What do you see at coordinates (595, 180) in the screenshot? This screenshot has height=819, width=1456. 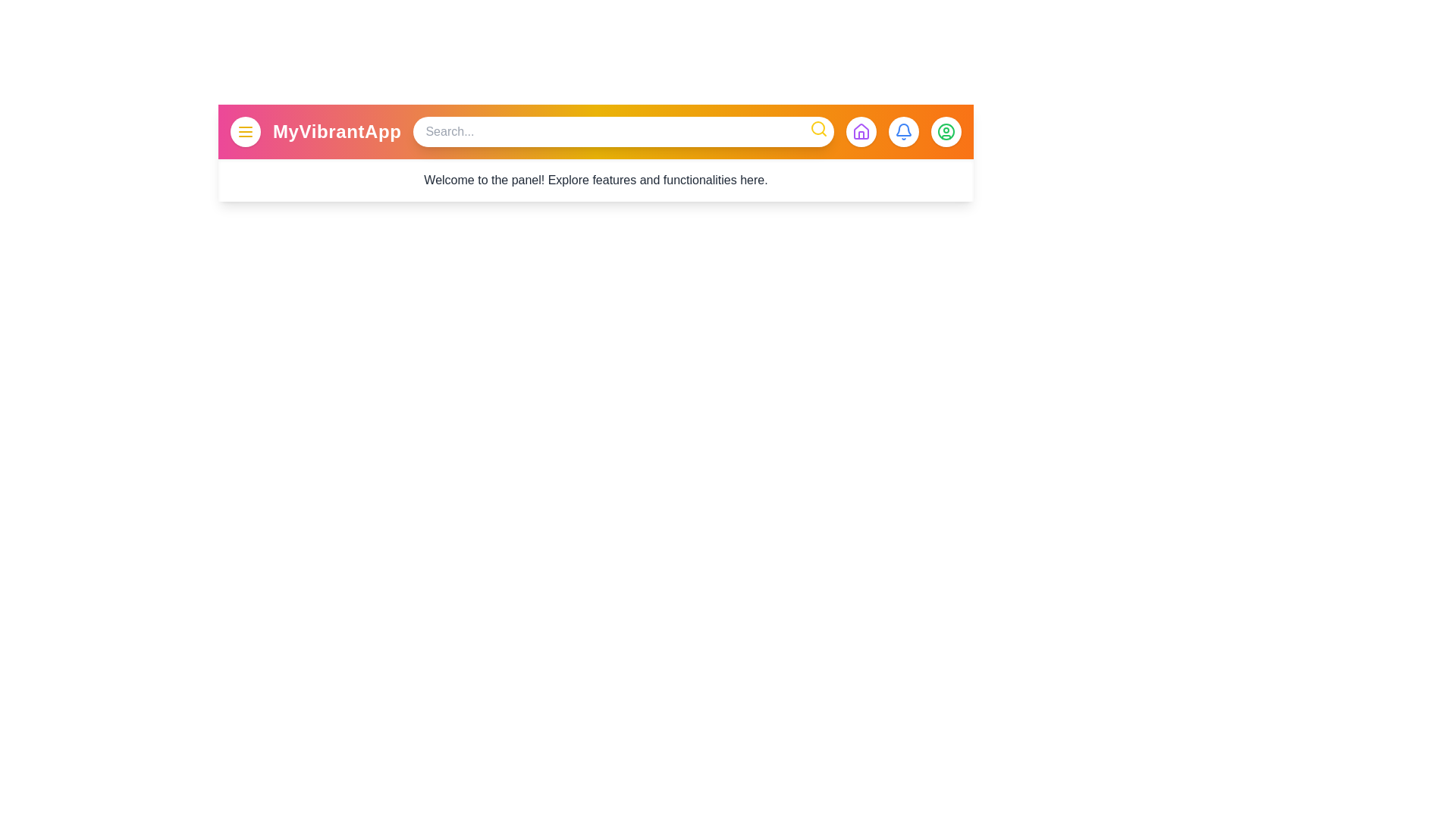 I see `the welcome panel text to interact with it` at bounding box center [595, 180].